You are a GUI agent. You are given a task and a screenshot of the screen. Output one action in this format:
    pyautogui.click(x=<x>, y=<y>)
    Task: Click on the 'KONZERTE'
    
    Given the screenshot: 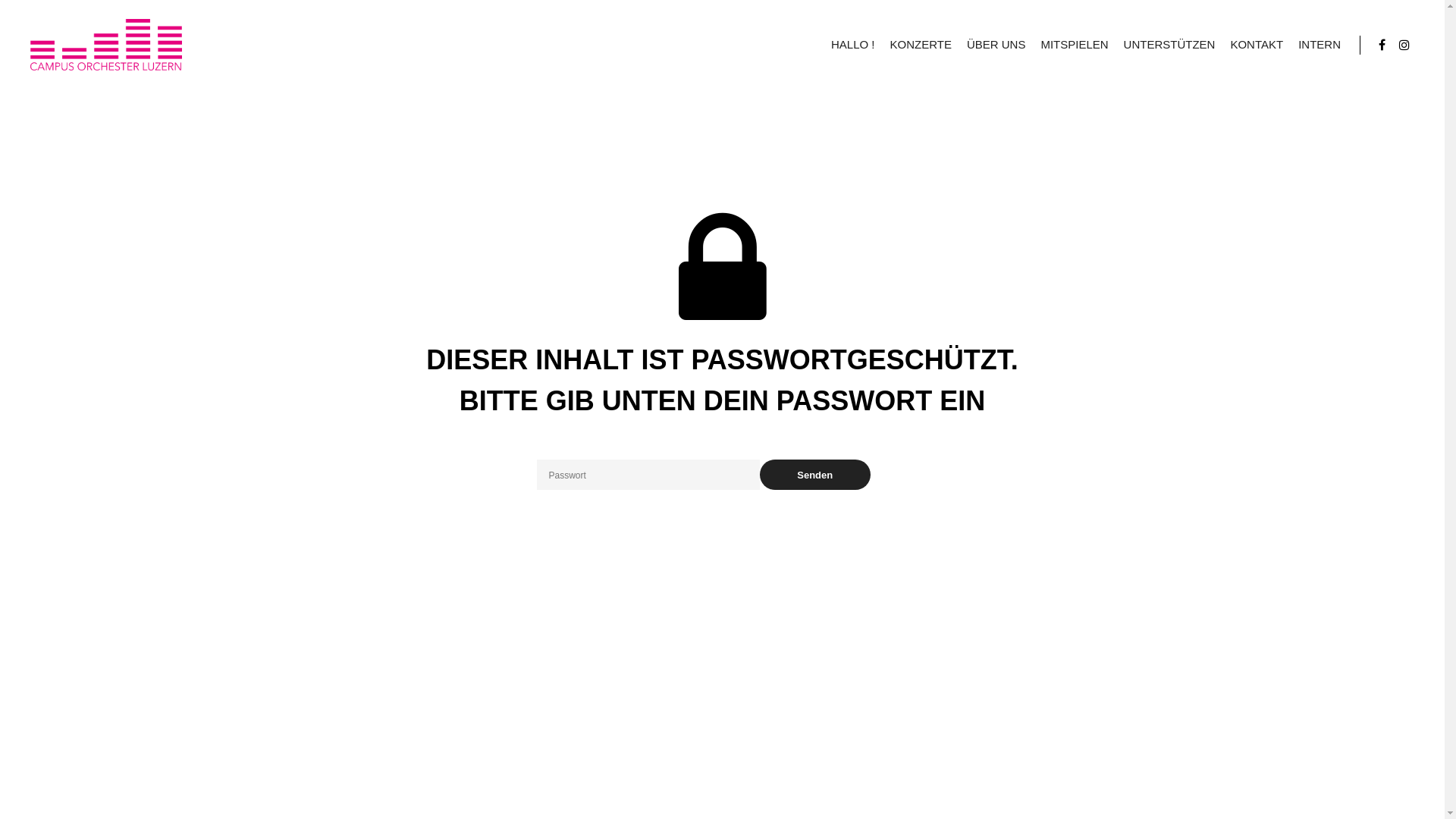 What is the action you would take?
    pyautogui.click(x=919, y=43)
    